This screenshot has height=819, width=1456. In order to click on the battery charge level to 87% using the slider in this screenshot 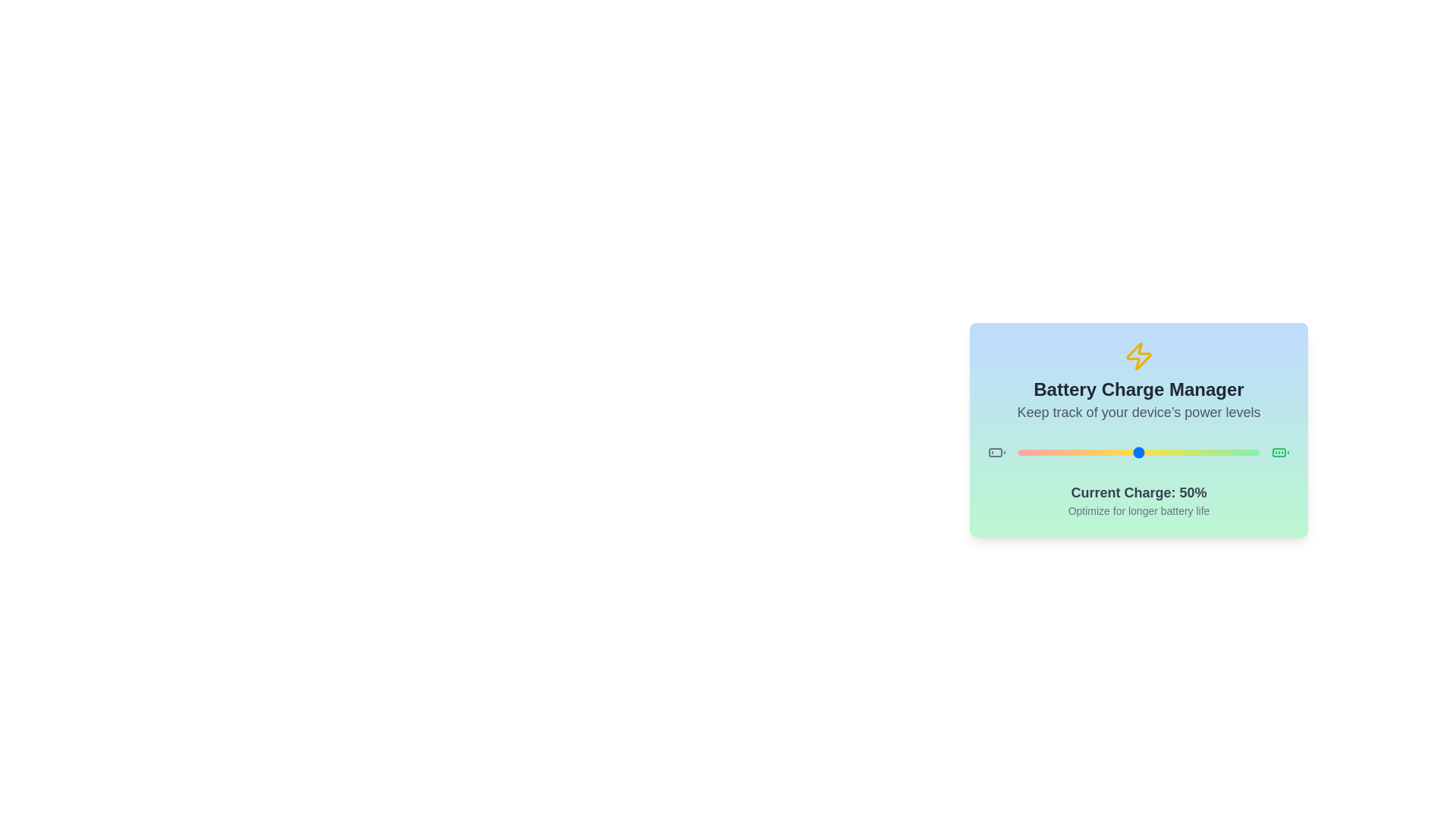, I will do `click(1228, 452)`.